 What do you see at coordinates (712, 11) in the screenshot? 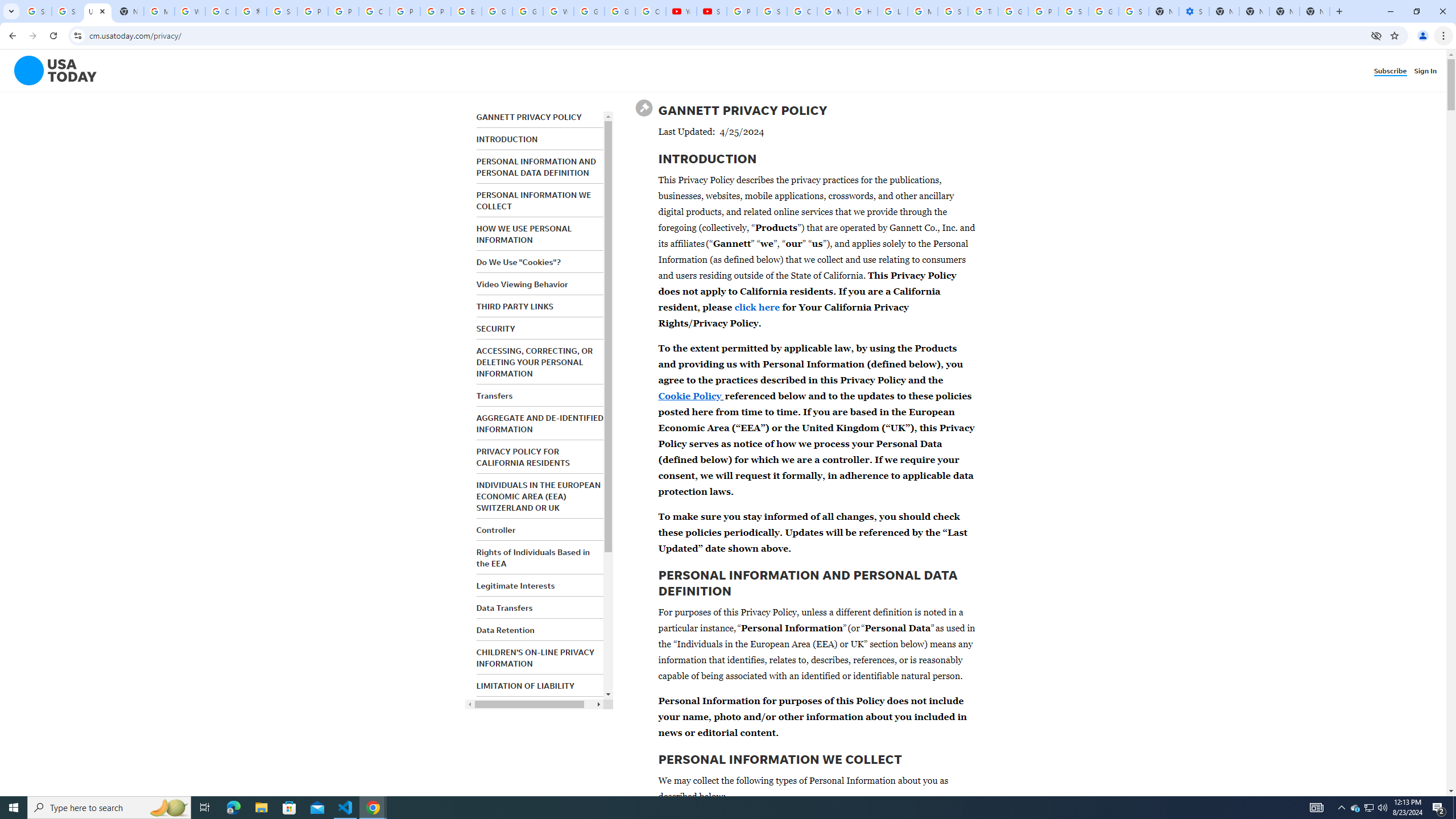
I see `'Subscriptions - YouTube'` at bounding box center [712, 11].